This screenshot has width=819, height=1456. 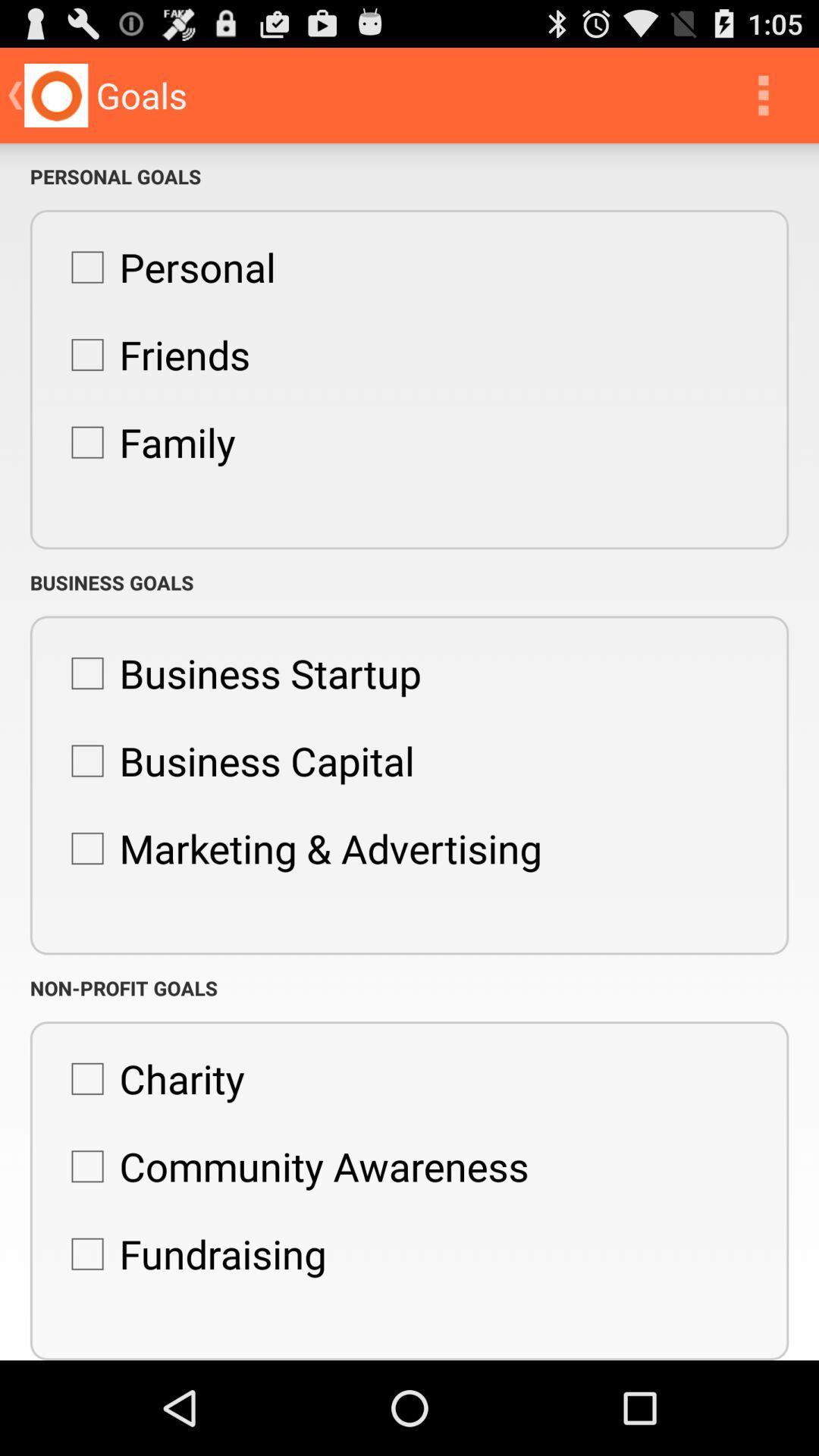 What do you see at coordinates (299, 847) in the screenshot?
I see `the marketing & advertising item` at bounding box center [299, 847].